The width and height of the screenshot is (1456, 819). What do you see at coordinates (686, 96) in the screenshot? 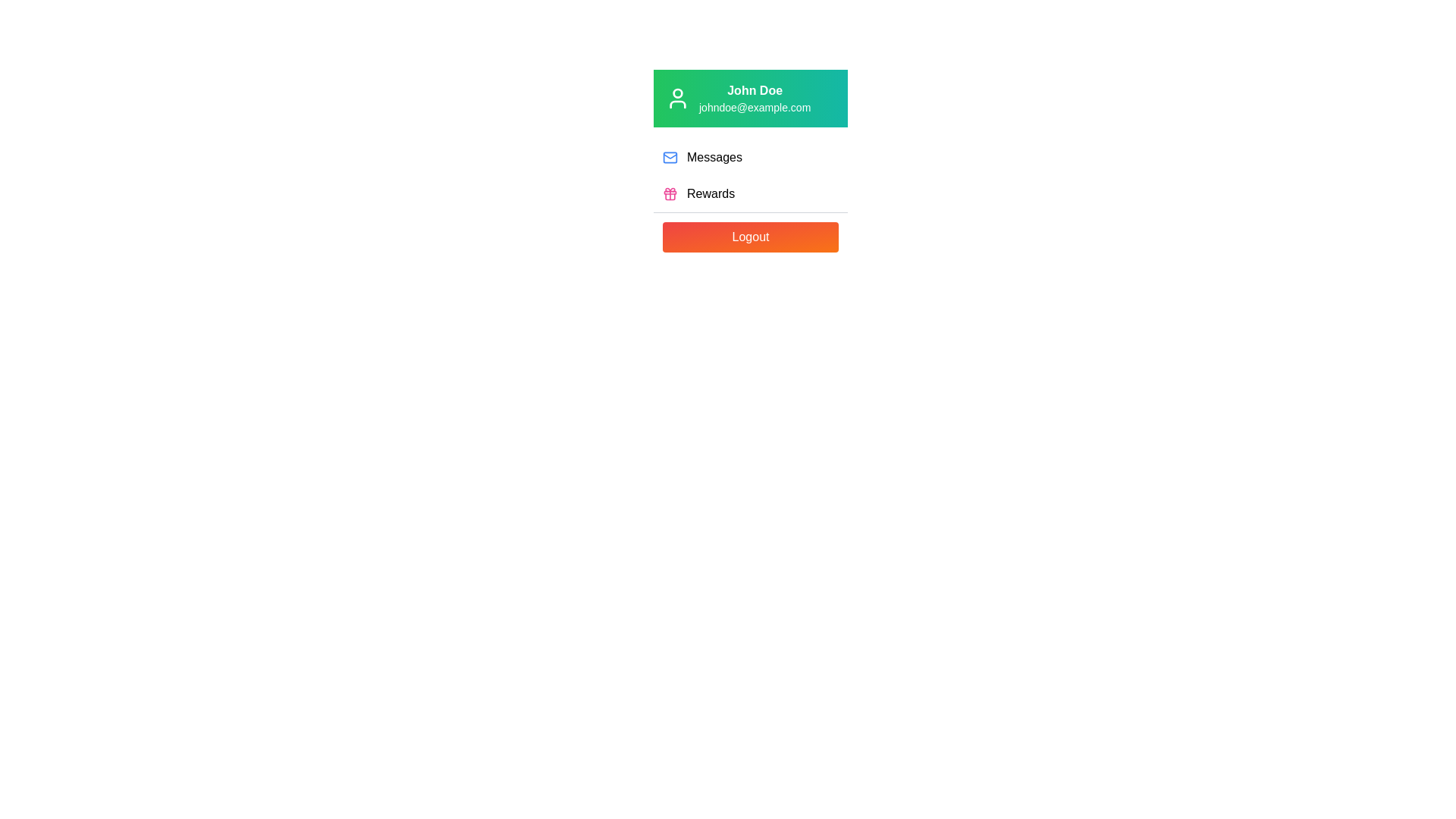
I see `the circular 'Close' button with a blue-to-purple gradient background located in the top-left corner of the user profile card for John Doe` at bounding box center [686, 96].